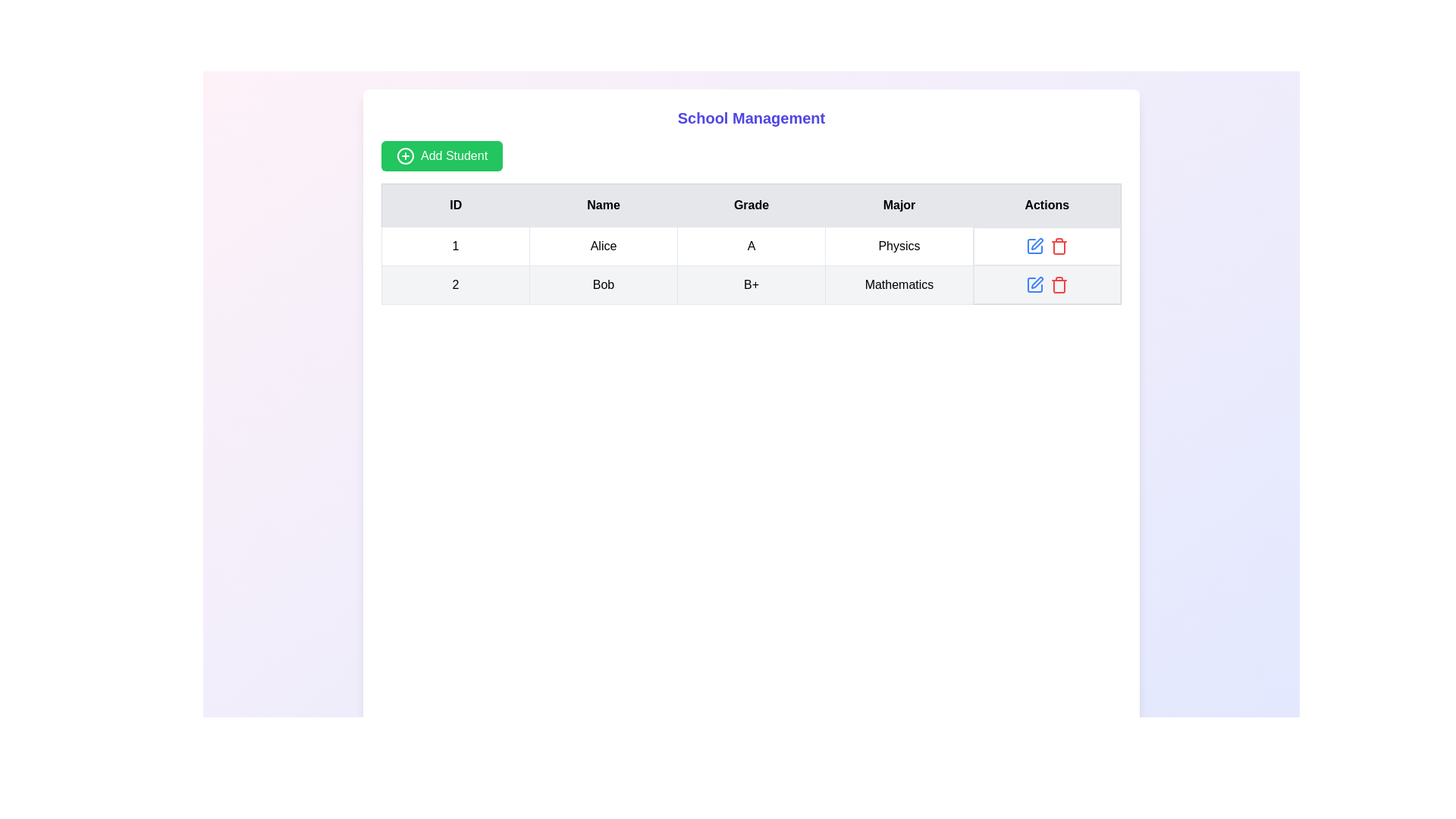 This screenshot has width=1456, height=819. What do you see at coordinates (751, 284) in the screenshot?
I see `on the table cell displaying the grade 'B+' in the 'Grade' column for 'Bob'` at bounding box center [751, 284].